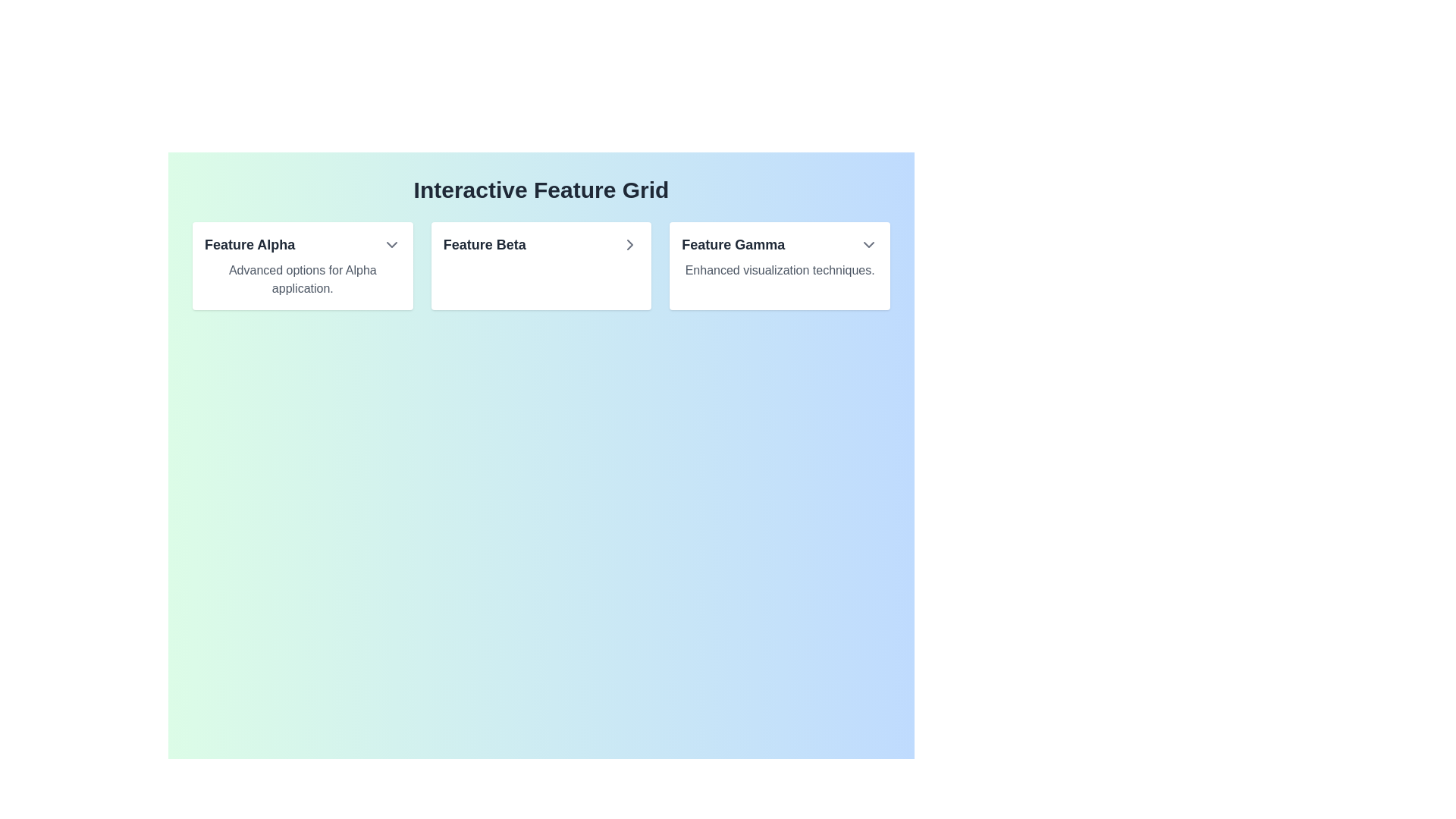 The width and height of the screenshot is (1456, 819). What do you see at coordinates (630, 244) in the screenshot?
I see `the chevron icon located to the right of the 'Feature Beta' text inside the Feature Beta card in the central column of the grid for additional information or interaction` at bounding box center [630, 244].